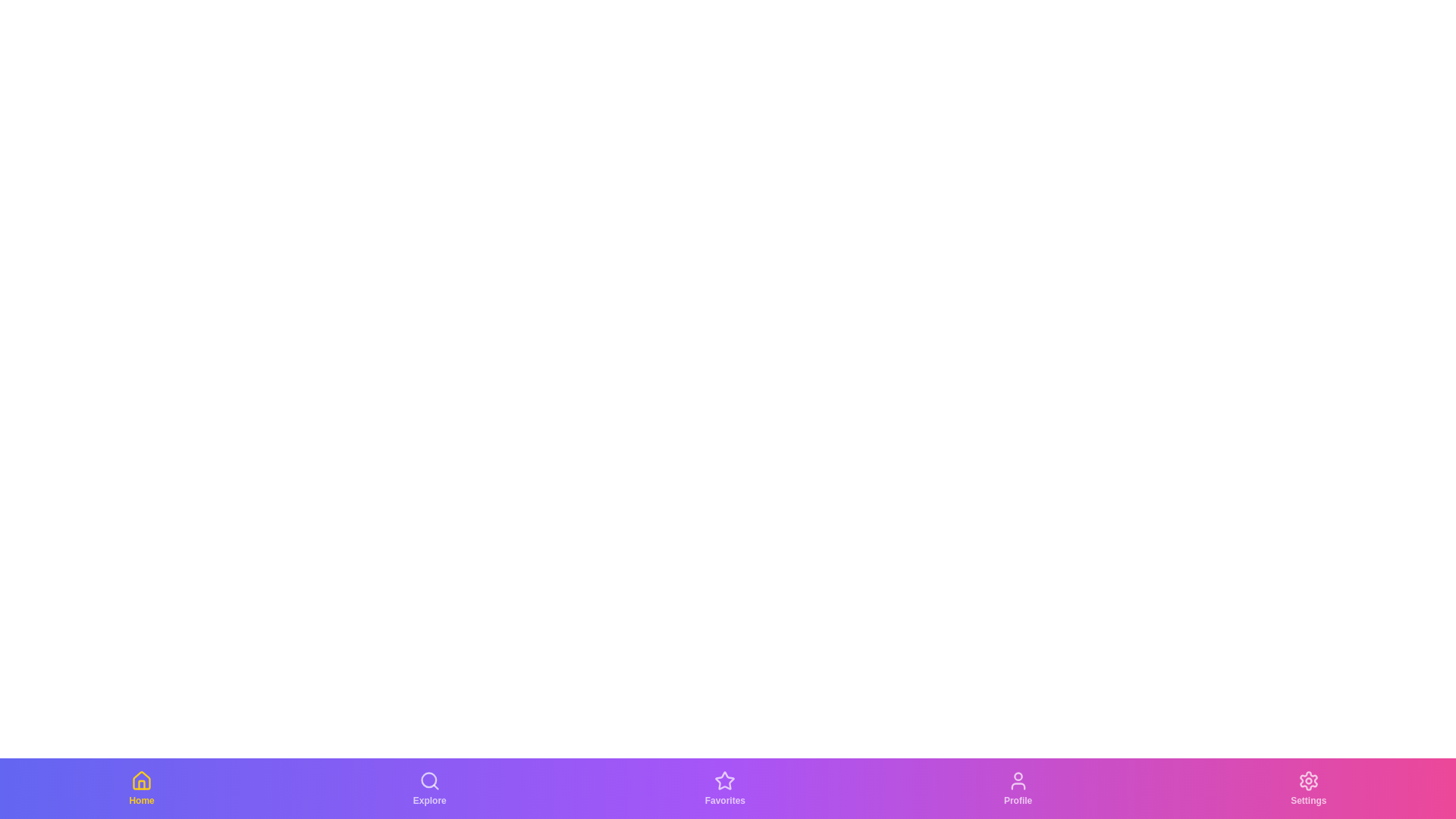 The image size is (1456, 819). I want to click on the Profile tab in the bottom navigation bar to switch to its corresponding view, so click(1018, 788).